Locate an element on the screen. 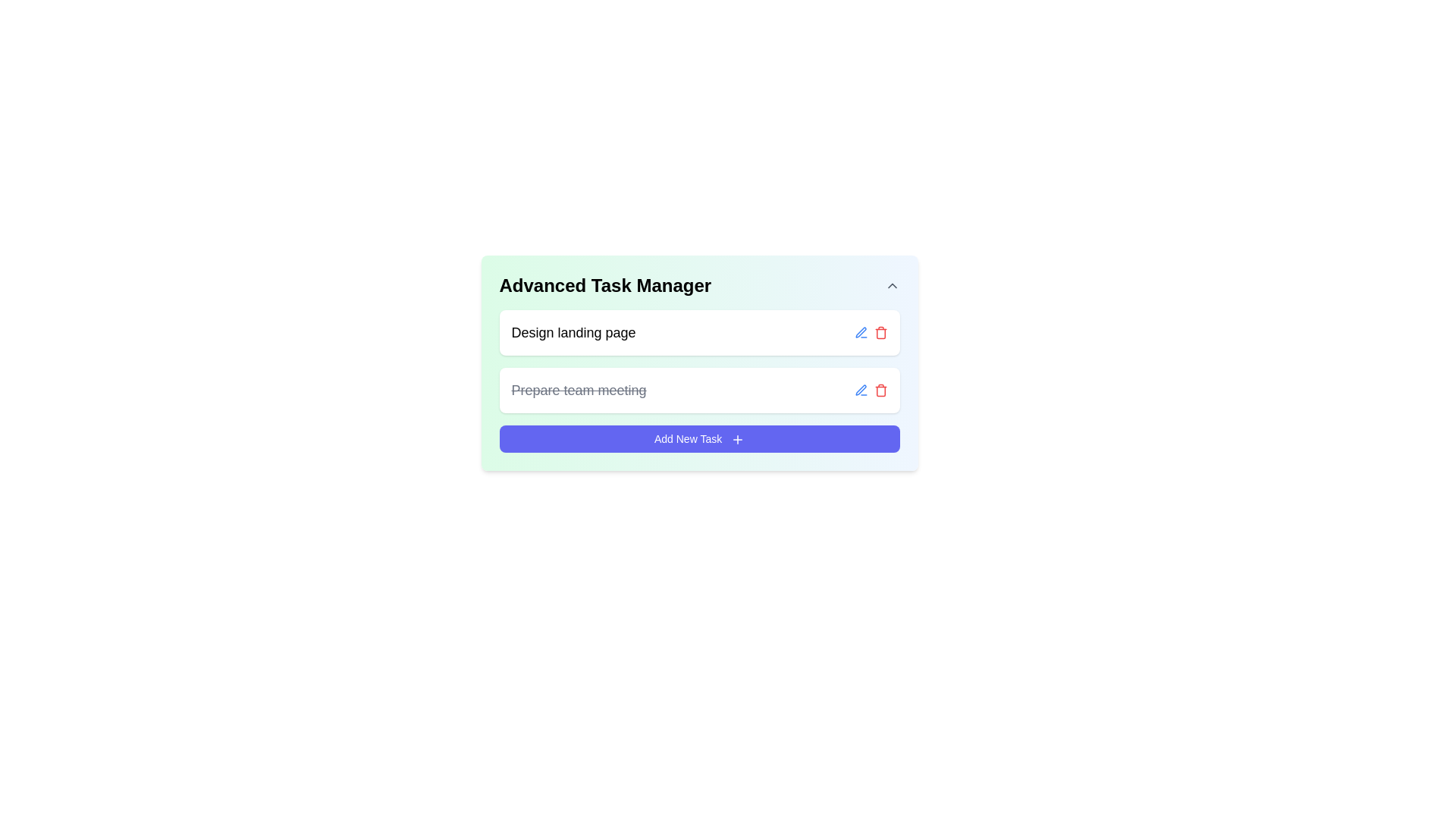 The width and height of the screenshot is (1456, 819). the 'Advanced Task Manager' text label, which is displayed in a bold and large font at the top of the task management section is located at coordinates (698, 286).